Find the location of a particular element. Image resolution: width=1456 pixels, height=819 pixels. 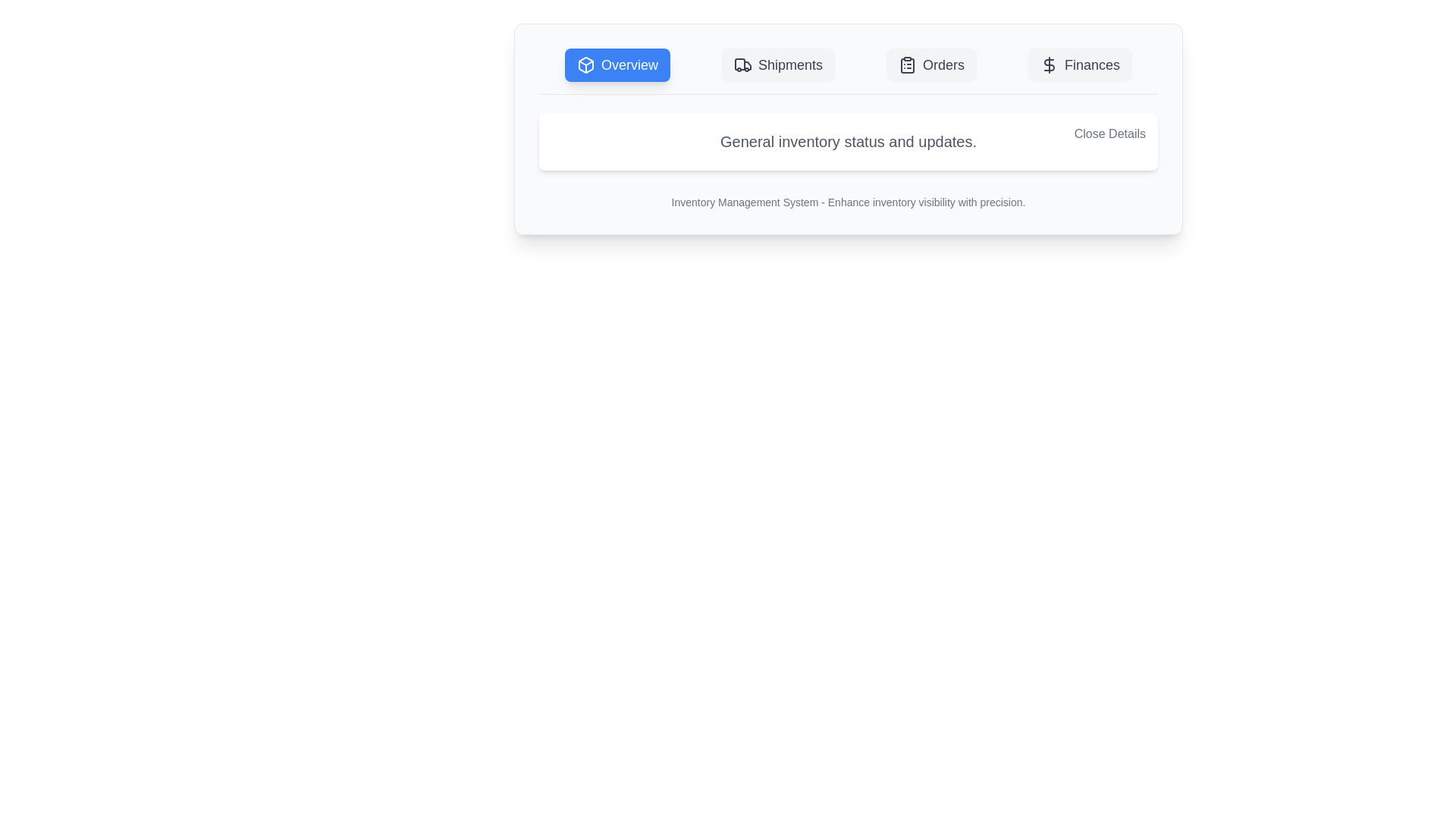

the tab Overview to observe the hover state effect is located at coordinates (617, 64).